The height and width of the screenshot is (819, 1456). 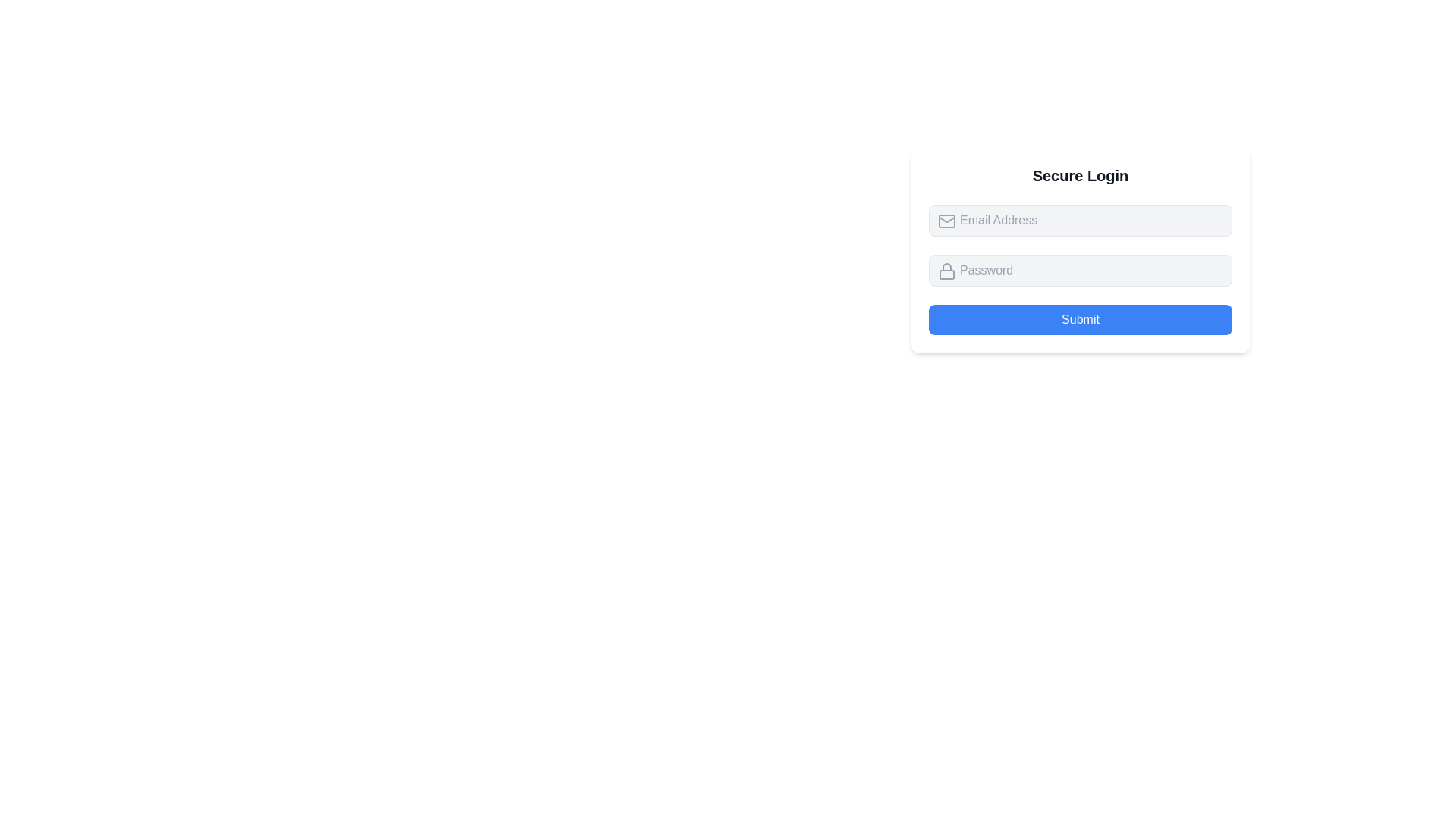 What do you see at coordinates (946, 275) in the screenshot?
I see `Decorative SVG rectangle element, which is a small rectangle with rounded corners located inside the lock icon in the secure login interface, by using developer tools` at bounding box center [946, 275].